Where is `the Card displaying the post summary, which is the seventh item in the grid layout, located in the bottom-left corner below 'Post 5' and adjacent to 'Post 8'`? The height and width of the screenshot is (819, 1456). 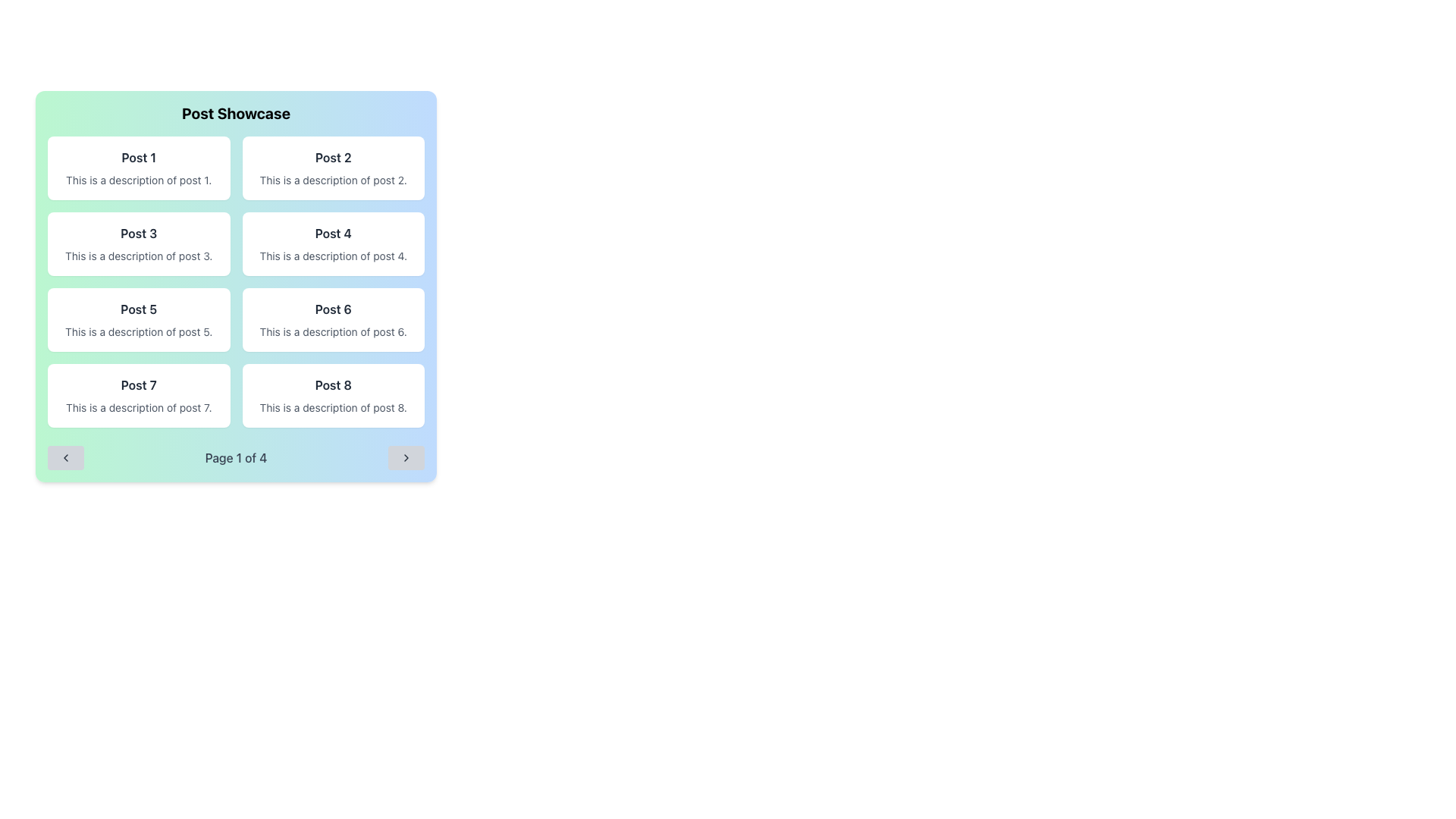
the Card displaying the post summary, which is the seventh item in the grid layout, located in the bottom-left corner below 'Post 5' and adjacent to 'Post 8' is located at coordinates (139, 394).